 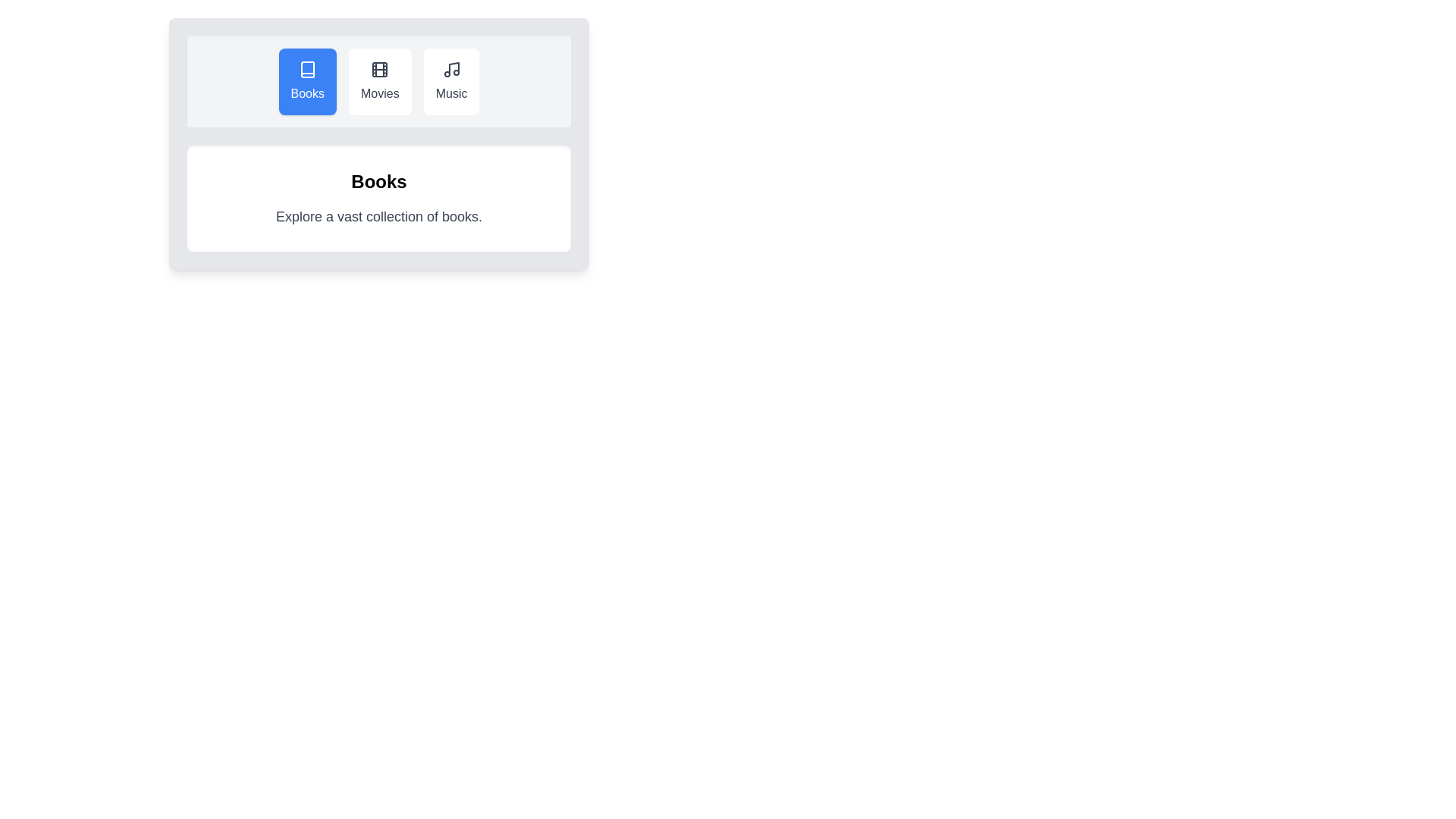 I want to click on the Books tab, so click(x=306, y=82).